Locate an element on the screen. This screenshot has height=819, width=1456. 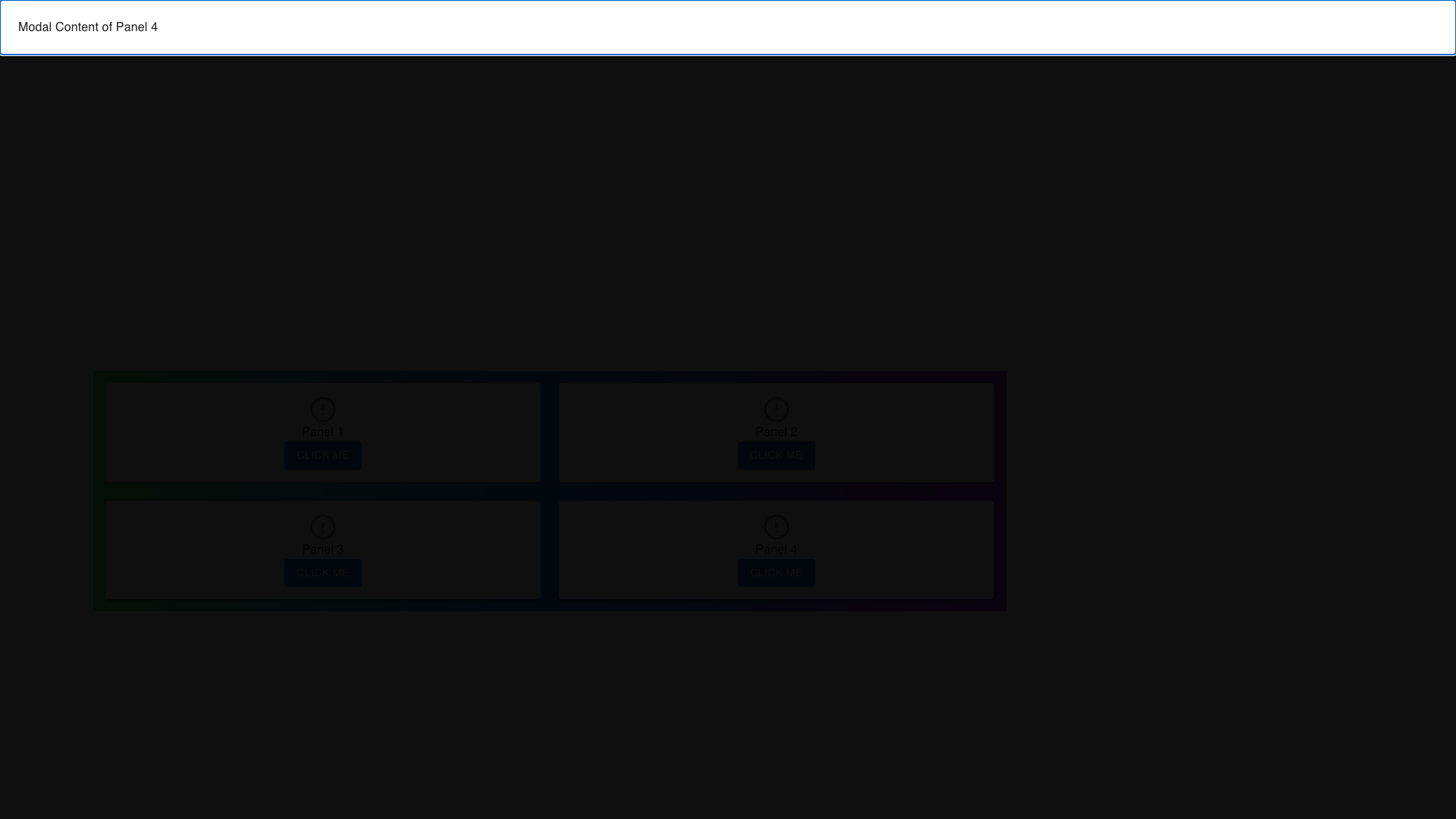
the circular SVG shape element located in 'Panel 3' to visually highlight it is located at coordinates (322, 526).